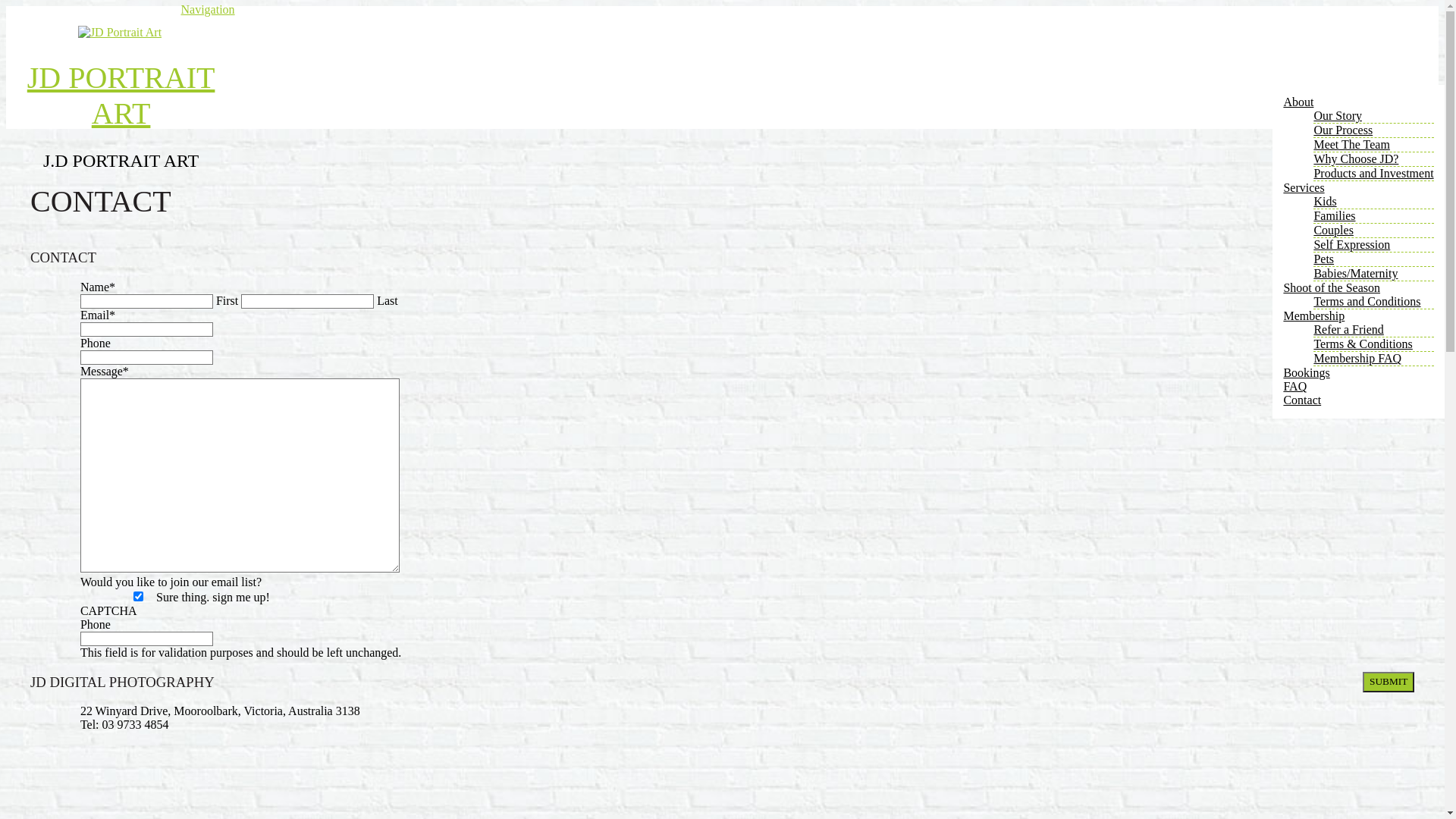  What do you see at coordinates (1323, 258) in the screenshot?
I see `'Pets'` at bounding box center [1323, 258].